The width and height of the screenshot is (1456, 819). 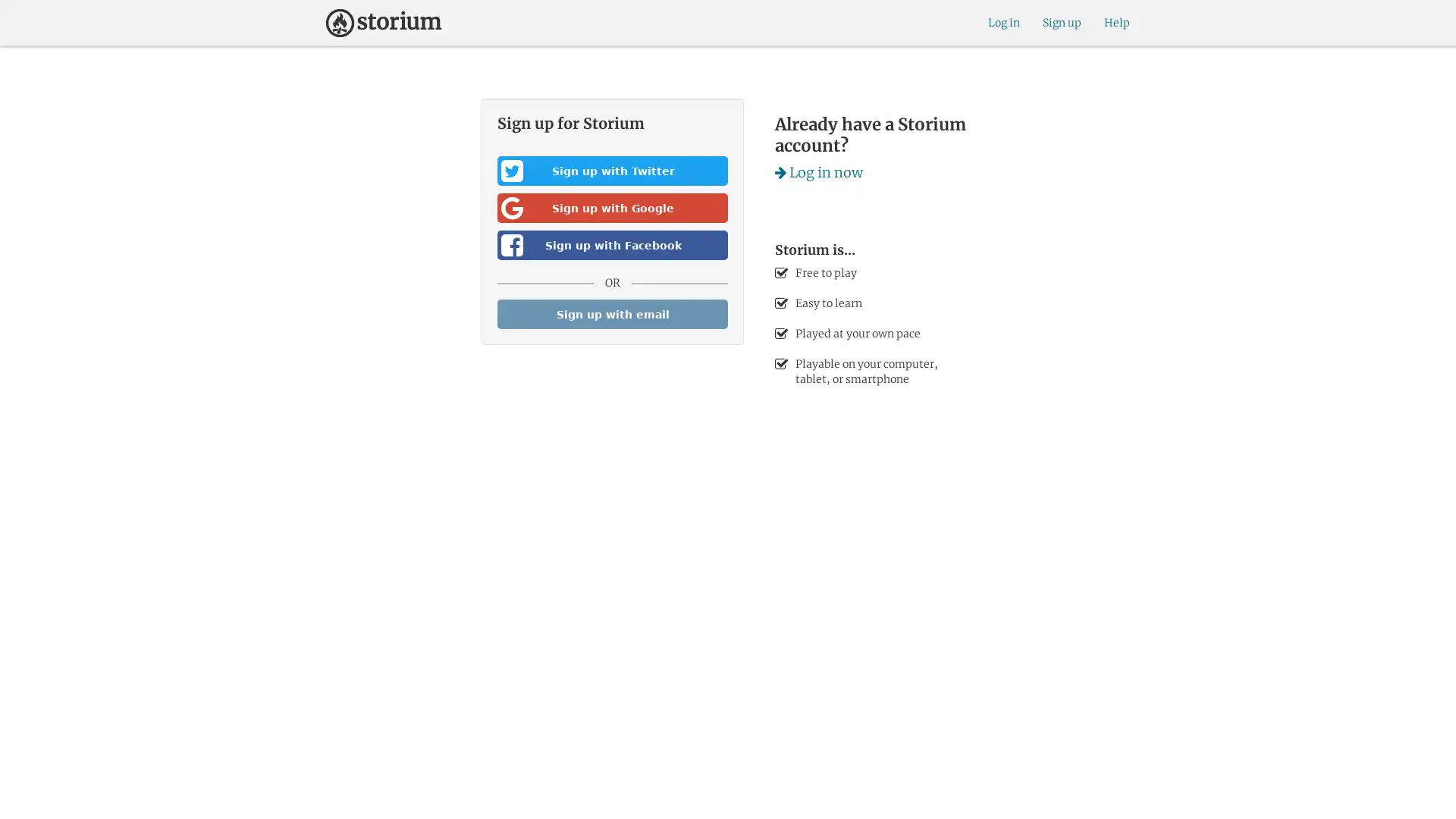 I want to click on Sign up with email, so click(x=612, y=313).